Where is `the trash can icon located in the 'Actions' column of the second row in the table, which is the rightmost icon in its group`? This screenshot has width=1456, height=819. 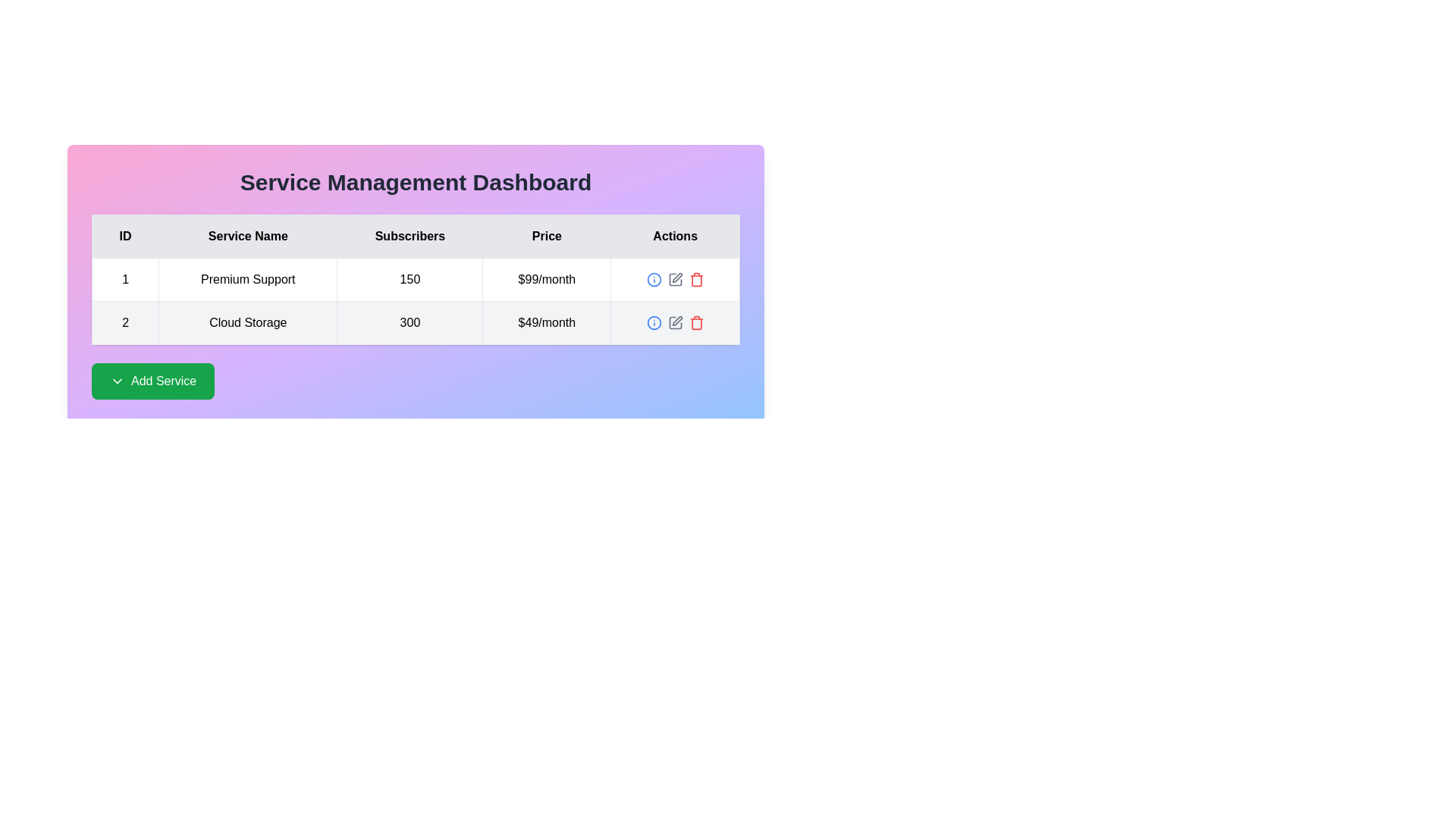
the trash can icon located in the 'Actions' column of the second row in the table, which is the rightmost icon in its group is located at coordinates (695, 281).